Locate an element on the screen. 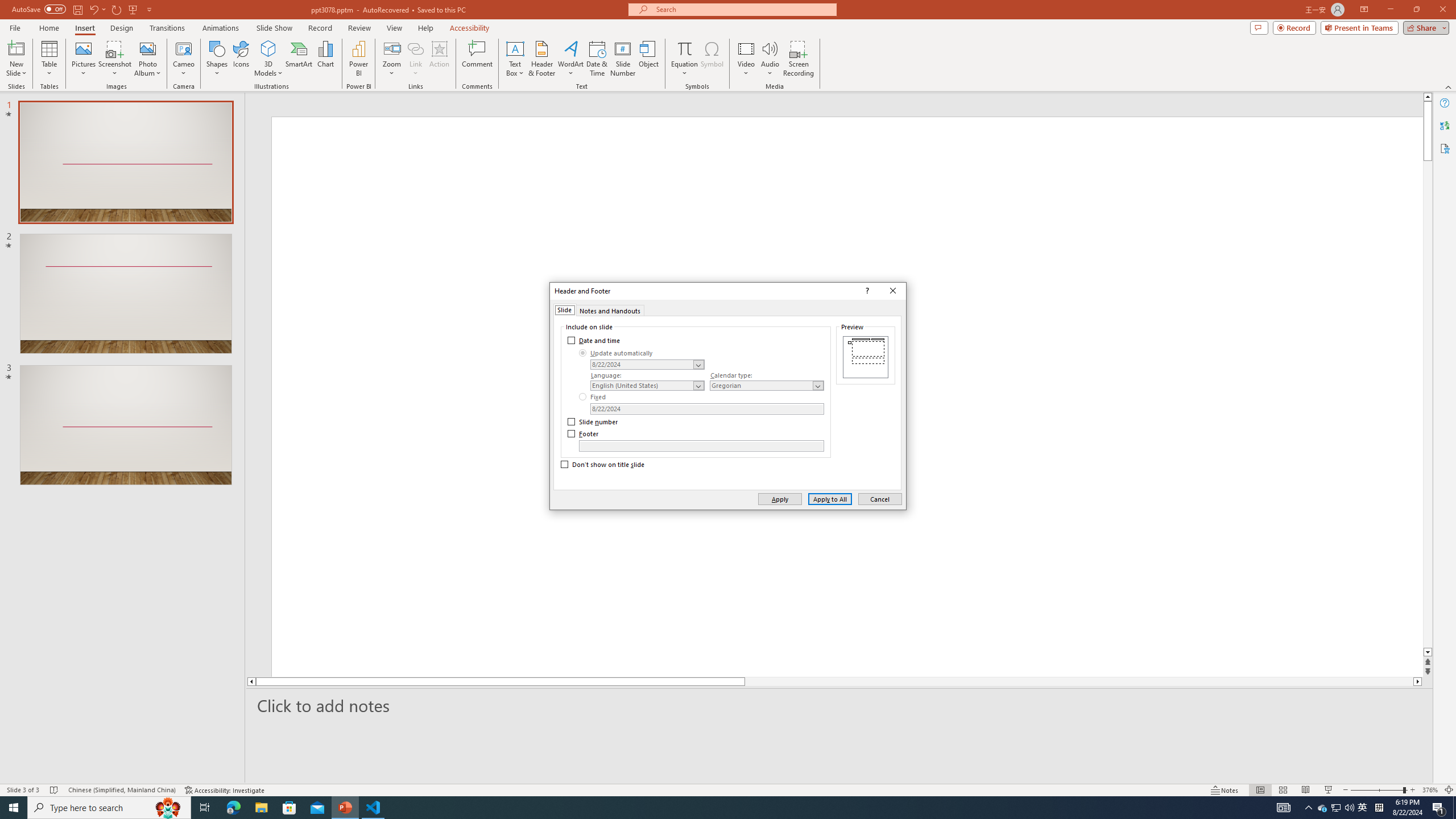 Image resolution: width=1456 pixels, height=819 pixels. 'Slide number' is located at coordinates (593, 422).